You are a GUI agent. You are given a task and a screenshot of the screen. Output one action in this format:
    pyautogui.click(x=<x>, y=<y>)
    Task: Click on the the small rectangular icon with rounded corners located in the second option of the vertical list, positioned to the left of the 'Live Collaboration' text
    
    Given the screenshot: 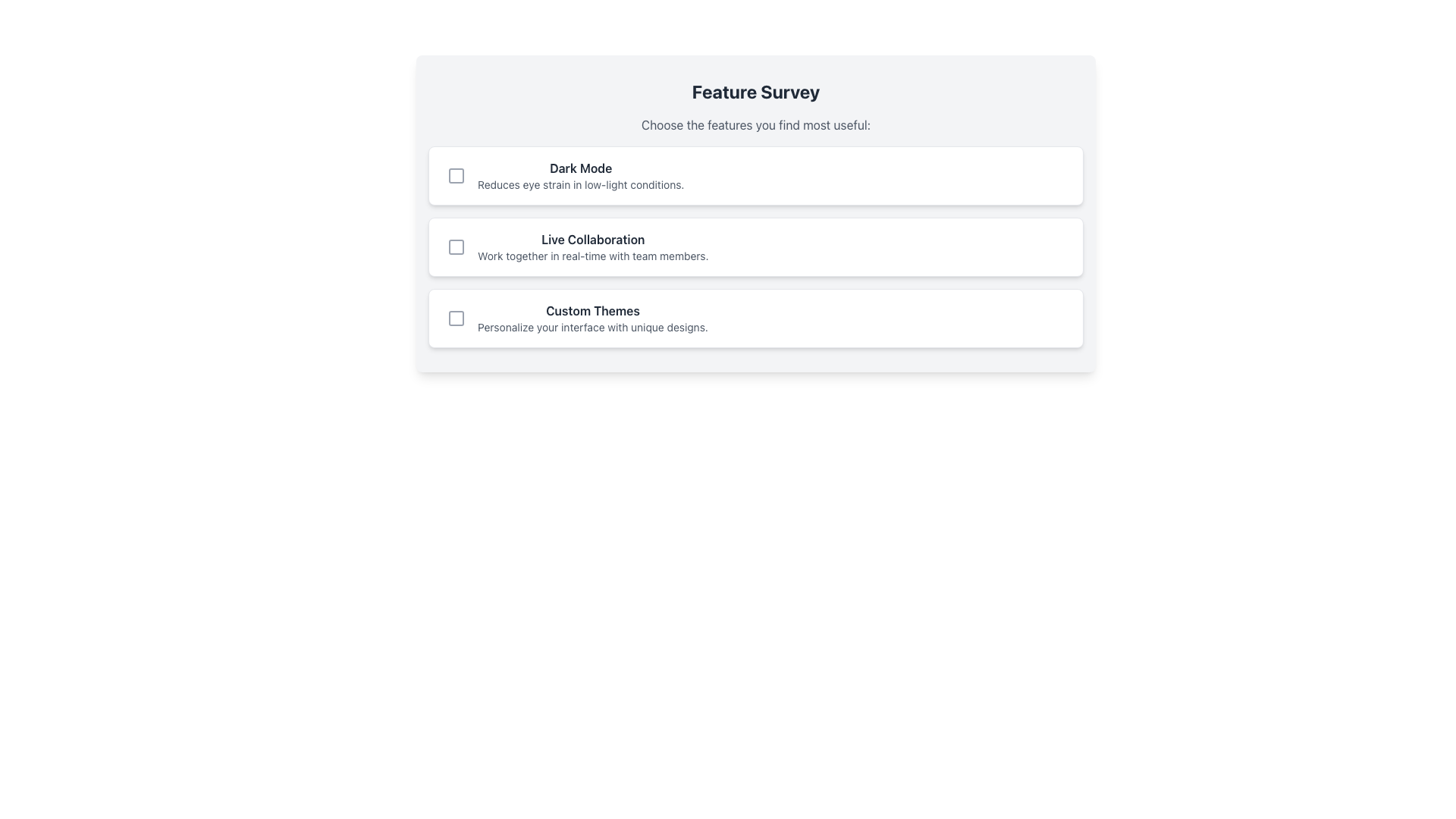 What is the action you would take?
    pyautogui.click(x=455, y=246)
    